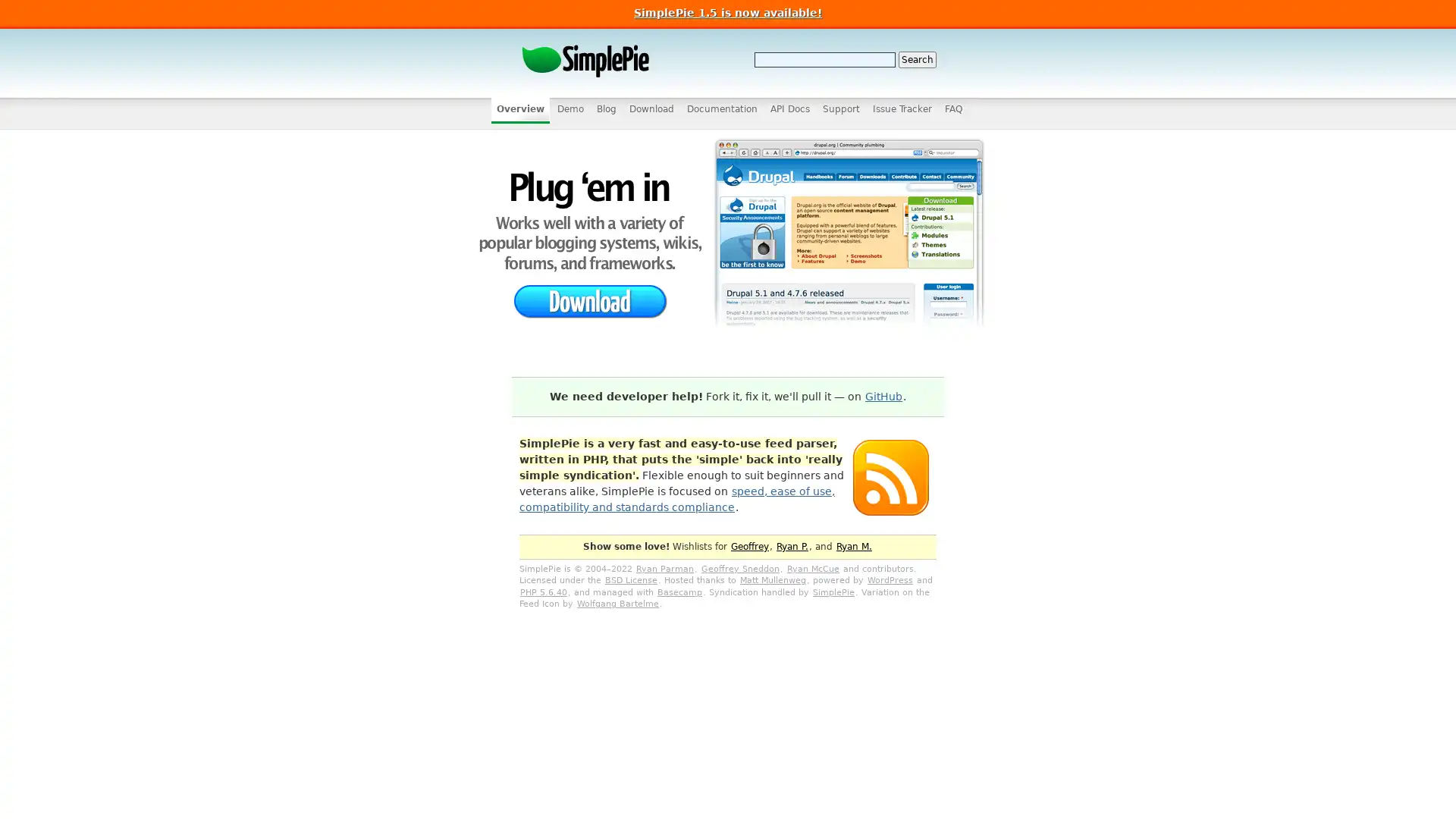 This screenshot has width=1456, height=819. I want to click on Search, so click(916, 58).